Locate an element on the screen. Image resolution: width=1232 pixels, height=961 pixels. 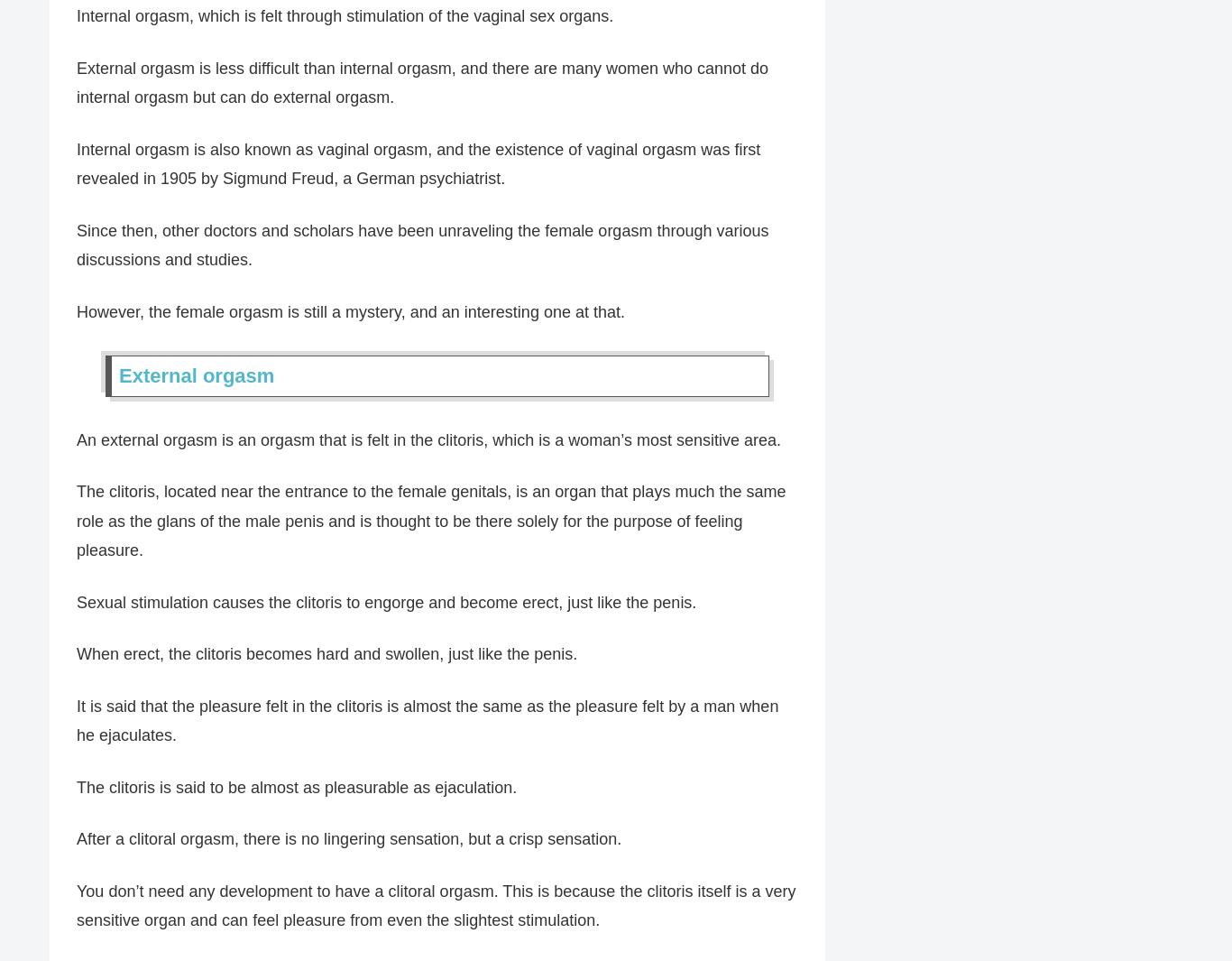
'External orgasm' is located at coordinates (196, 374).